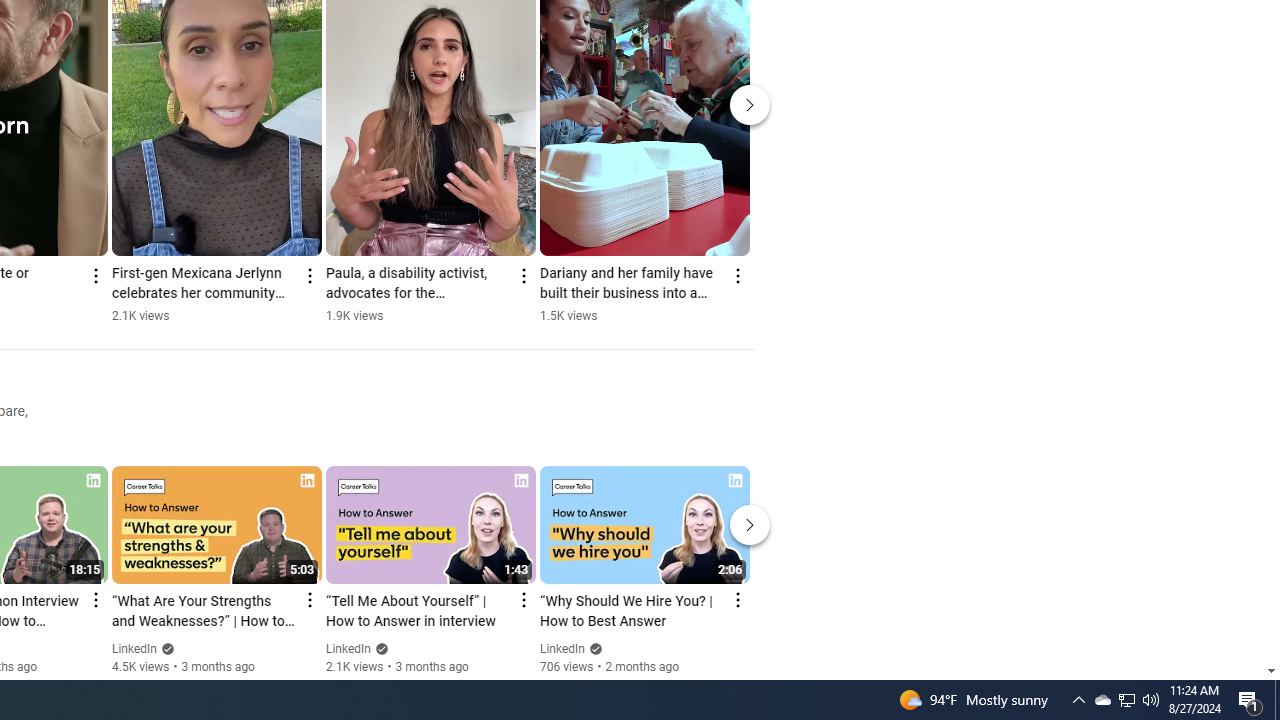 The height and width of the screenshot is (720, 1280). I want to click on 'Action menu', so click(736, 599).